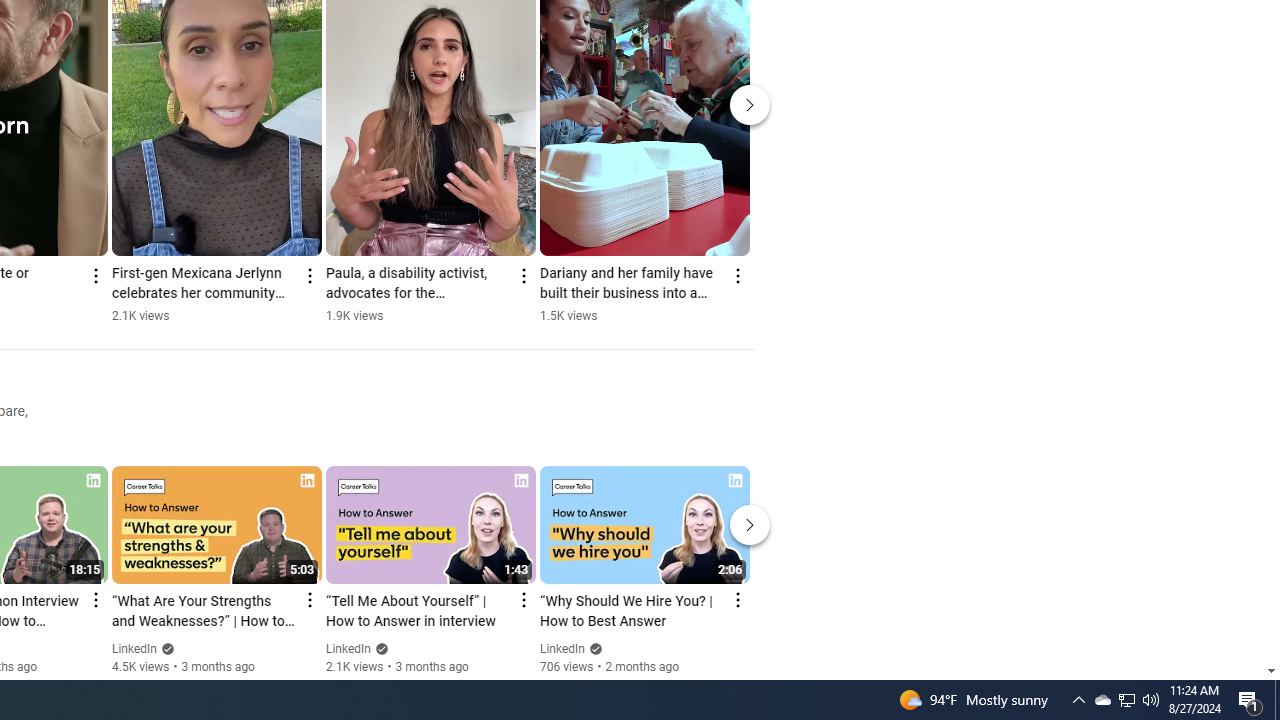 The height and width of the screenshot is (720, 1280). I want to click on 'Action menu', so click(736, 599).